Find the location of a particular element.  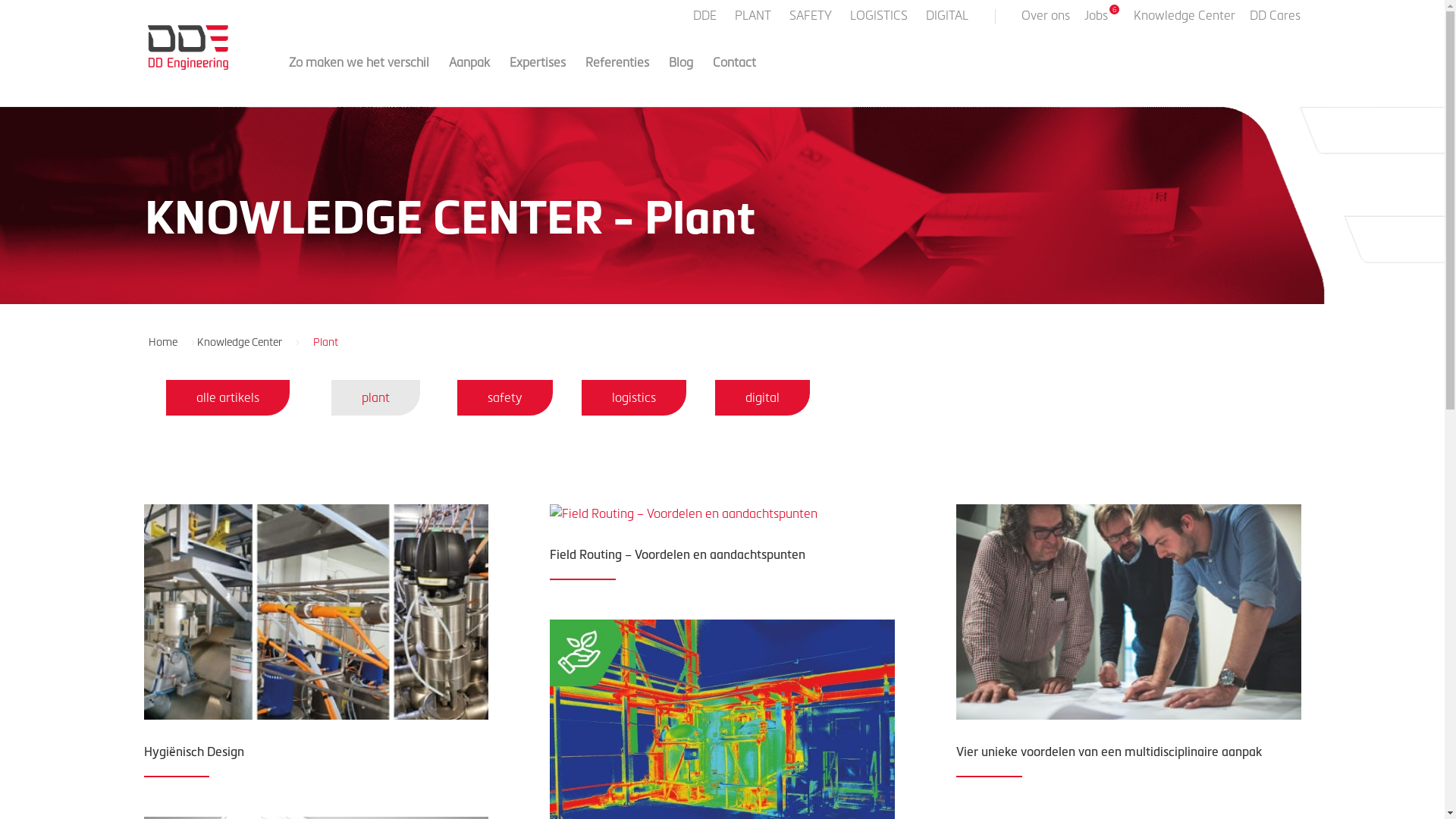

'DIGITAL' is located at coordinates (947, 20).